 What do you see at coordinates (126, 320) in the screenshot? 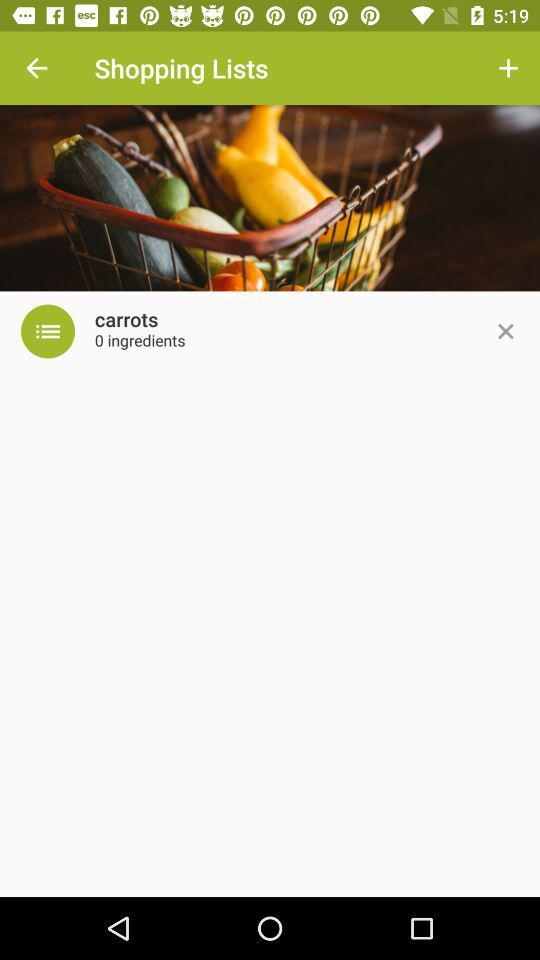
I see `the carrots item` at bounding box center [126, 320].